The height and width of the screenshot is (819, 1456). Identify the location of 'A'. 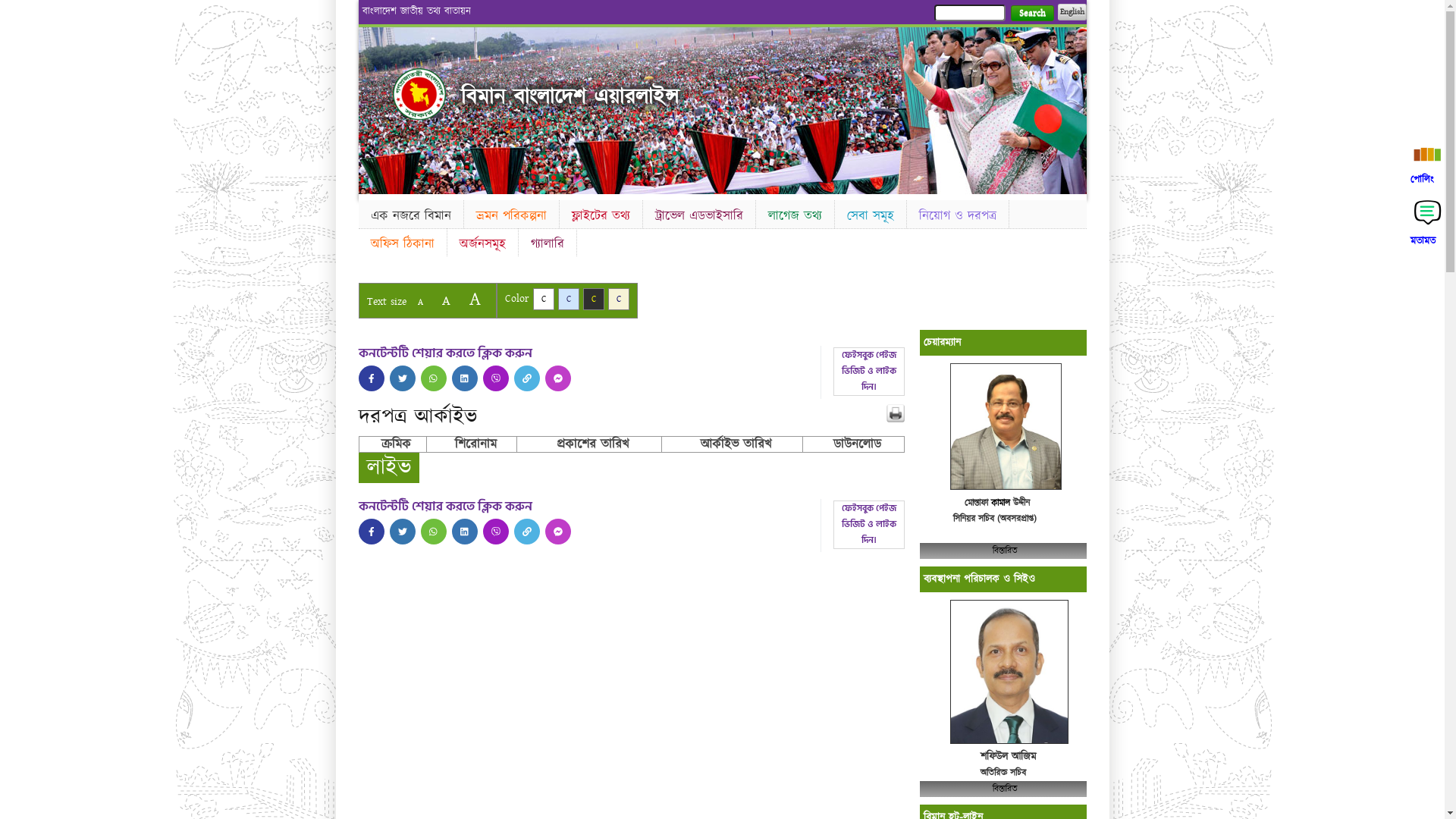
(460, 299).